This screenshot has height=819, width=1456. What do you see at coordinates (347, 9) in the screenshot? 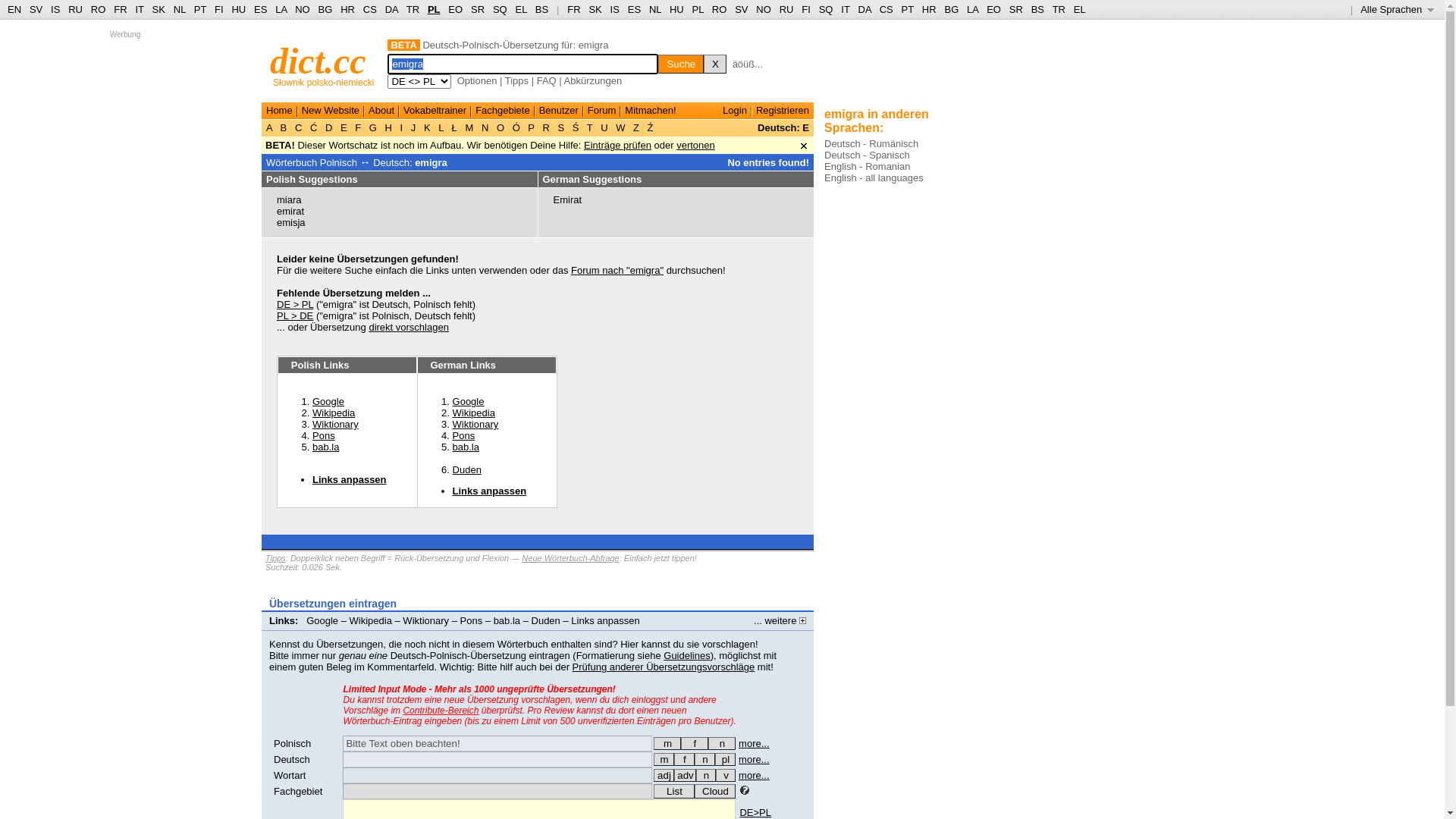
I see `'HR'` at bounding box center [347, 9].